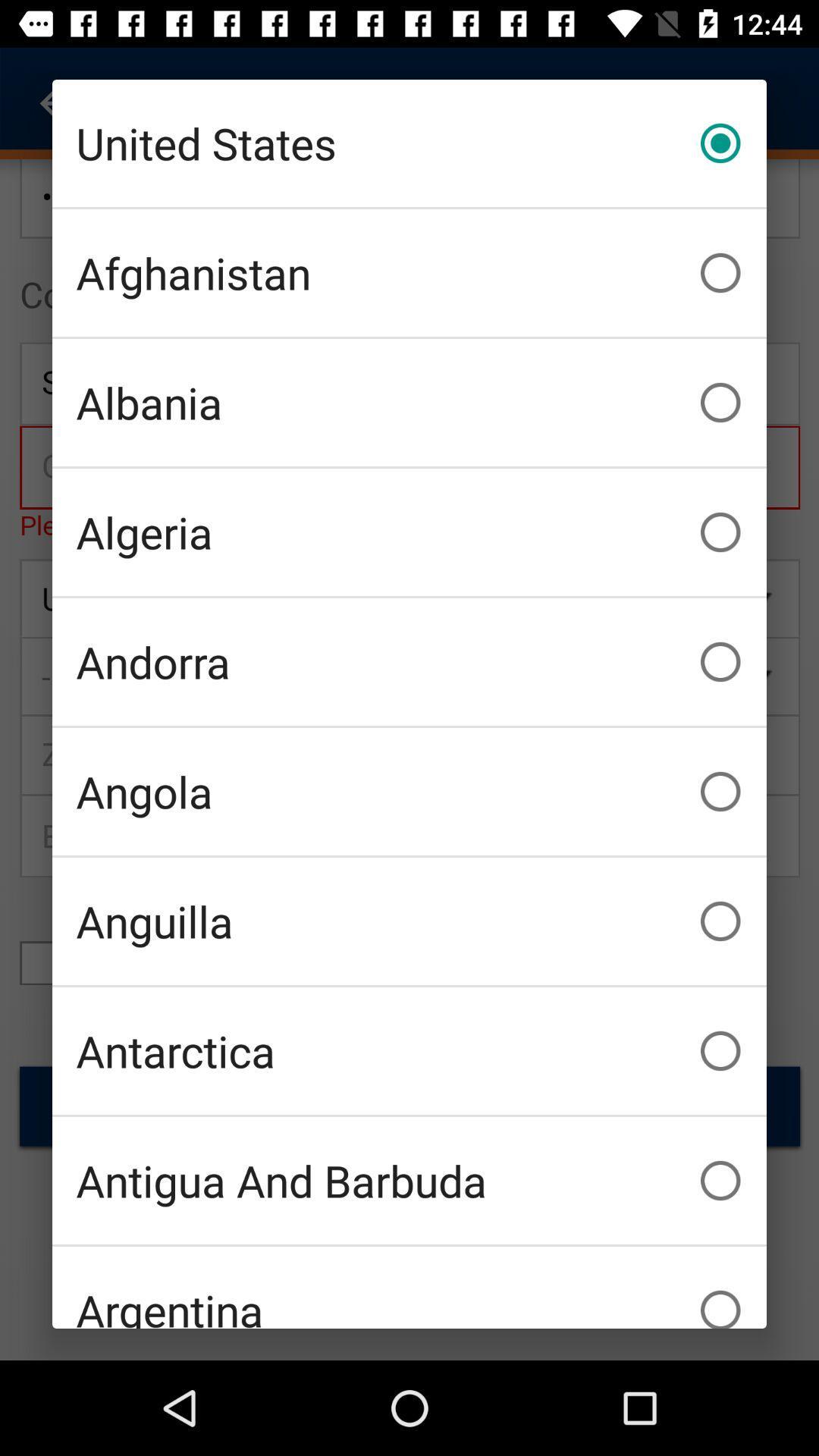 The image size is (819, 1456). What do you see at coordinates (409, 532) in the screenshot?
I see `item below albania item` at bounding box center [409, 532].